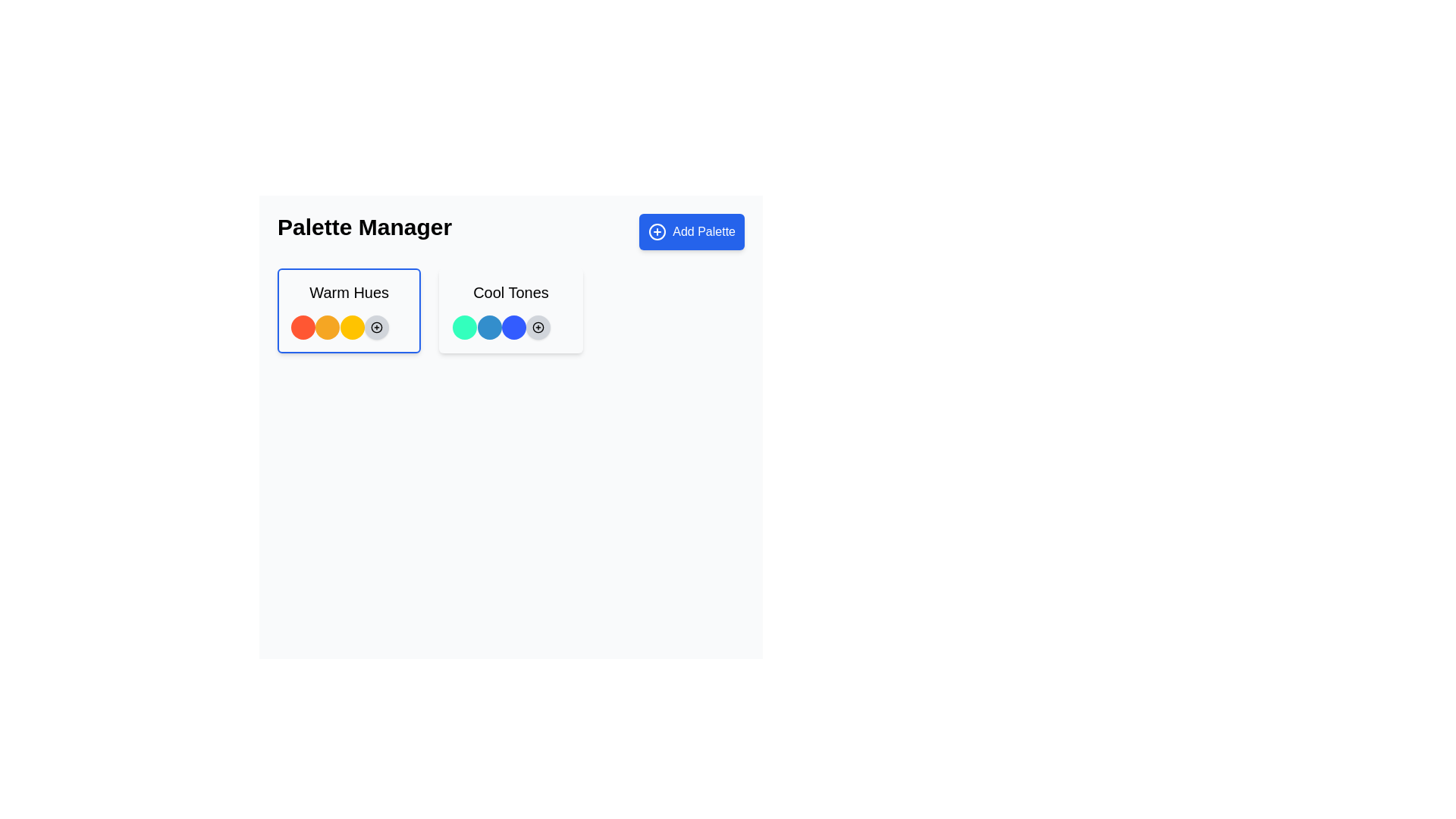  What do you see at coordinates (657, 231) in the screenshot?
I see `the 'Add Palette' button which contains a bold blue bordered circle icon at the top-right corner of the interface` at bounding box center [657, 231].